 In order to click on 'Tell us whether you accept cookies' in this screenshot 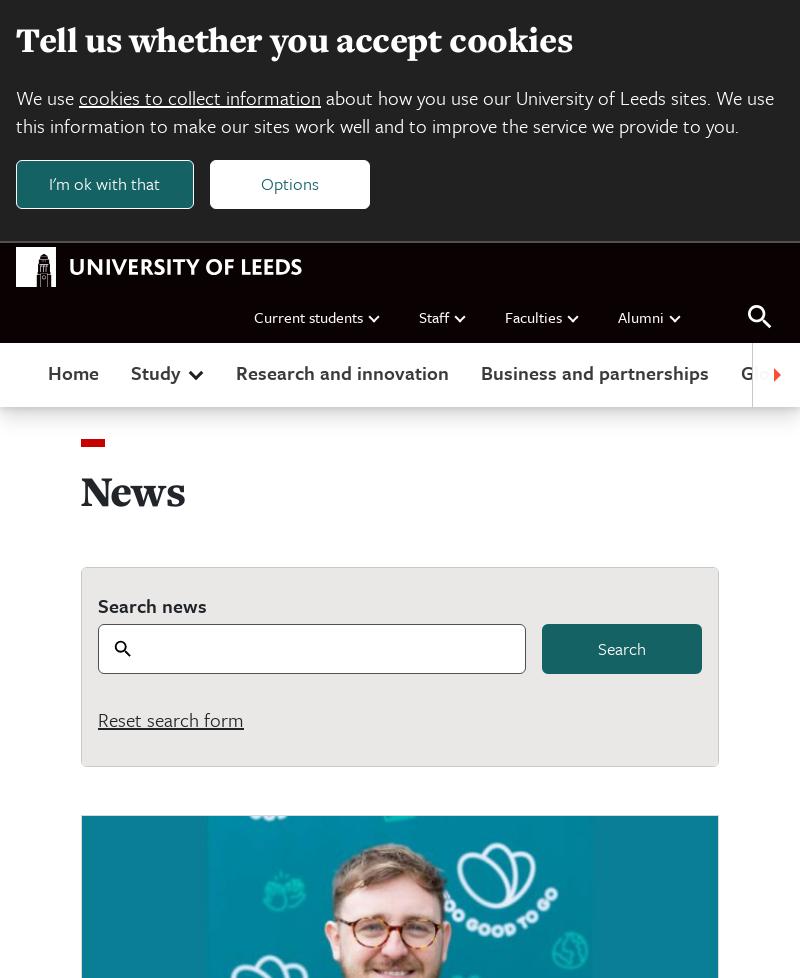, I will do `click(16, 39)`.